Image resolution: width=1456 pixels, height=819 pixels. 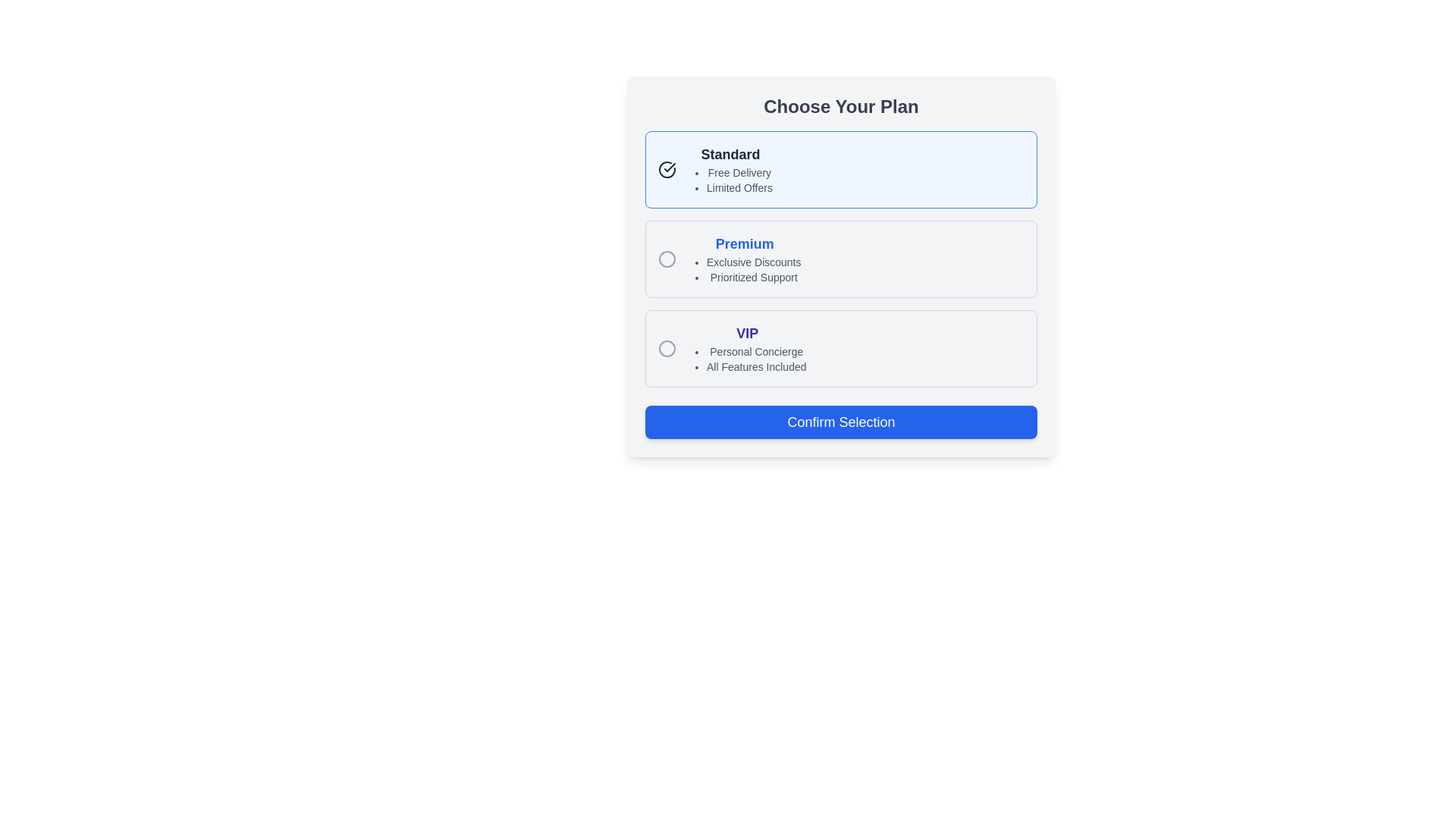 I want to click on the 'Prioritized Support' text label which is the second item in the bulleted list under the 'Premium' subscription tier section, so click(x=754, y=278).